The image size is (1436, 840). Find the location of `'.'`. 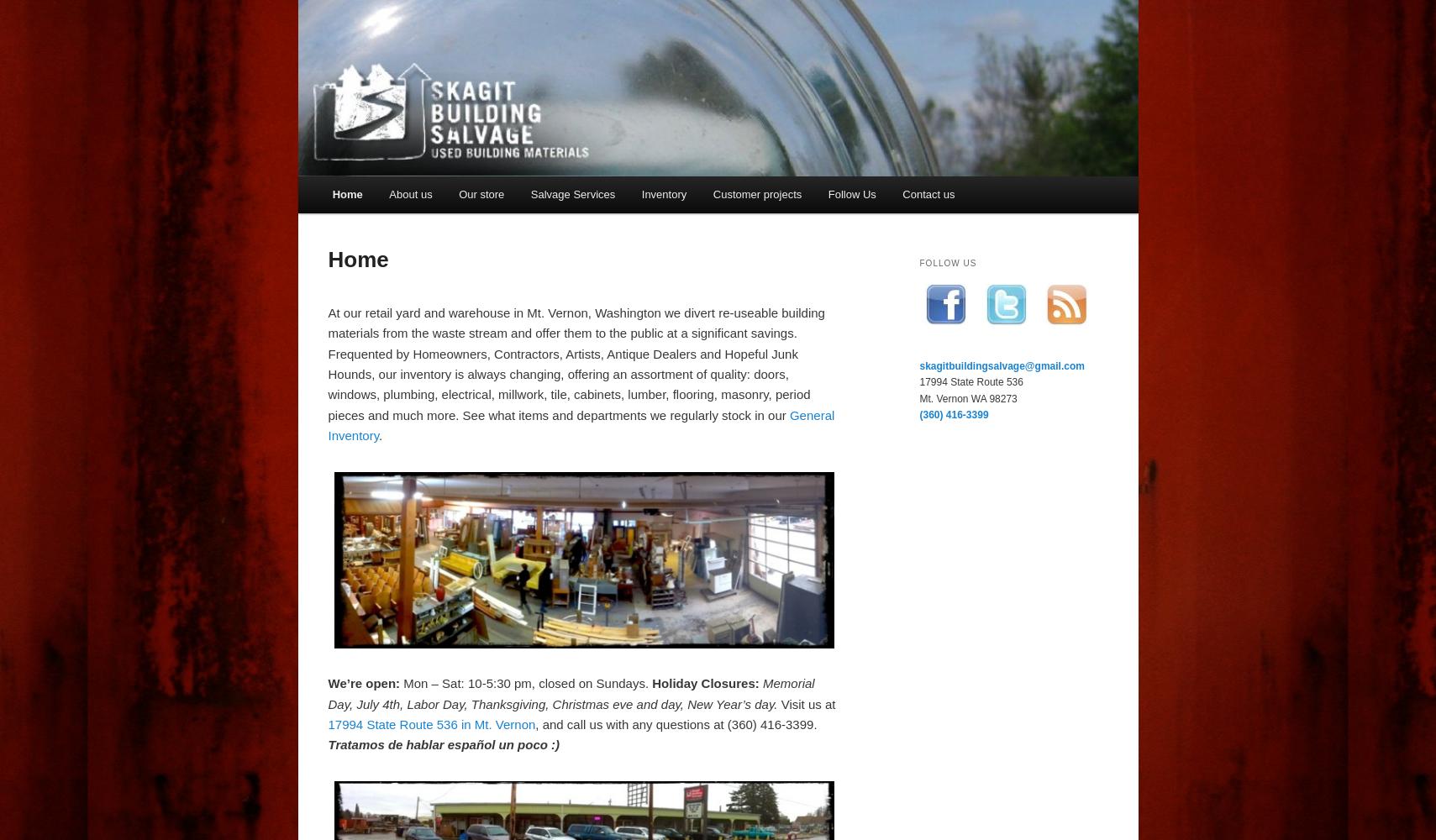

'.' is located at coordinates (380, 435).